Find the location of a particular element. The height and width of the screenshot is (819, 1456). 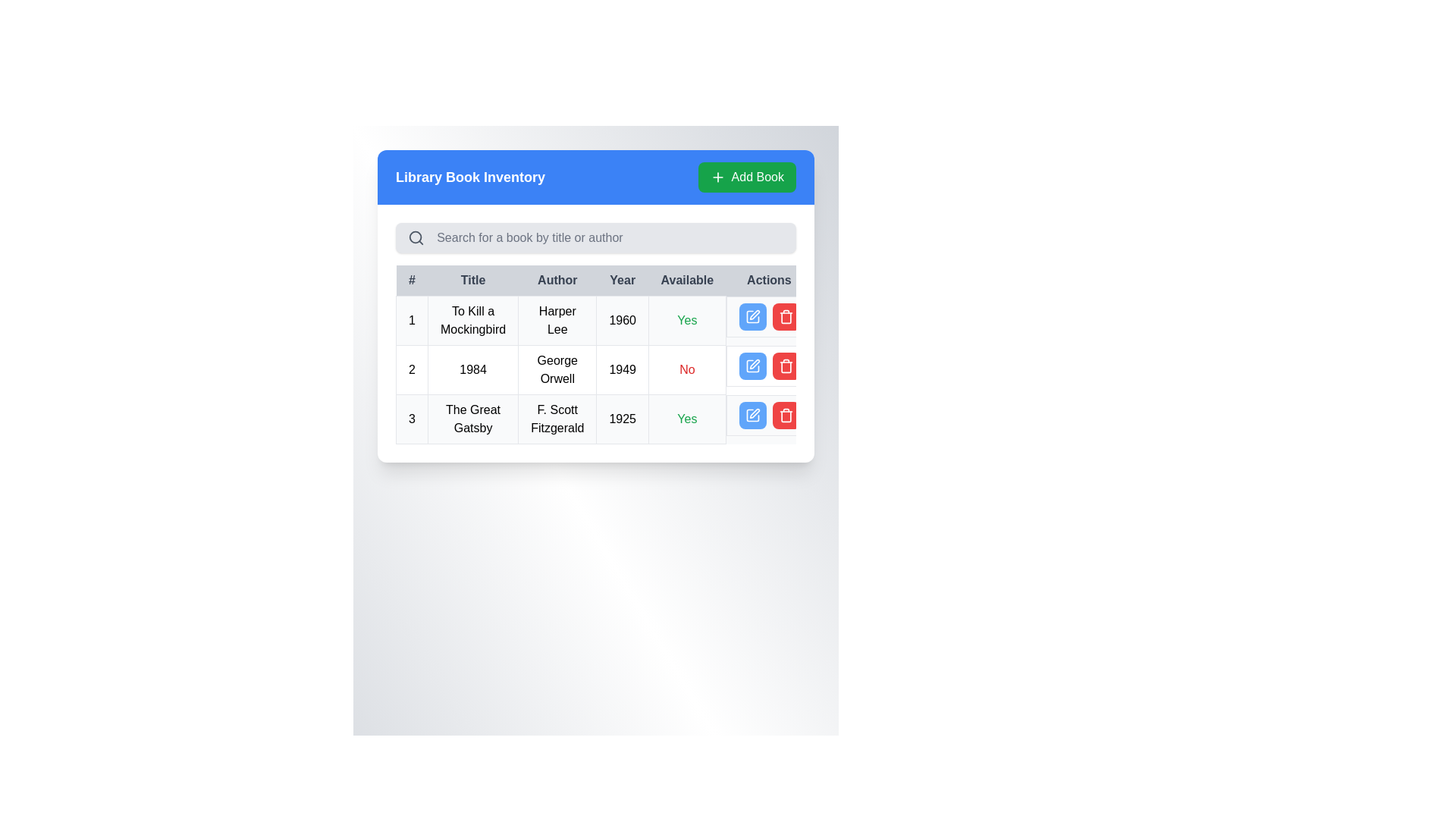

the text display field in the table that shows the year associated with the book 'The Great Gatsby', located in the fourth column and third row, adjacent to 'F. Scott Fitzgerald' and 'Yes' is located at coordinates (623, 419).